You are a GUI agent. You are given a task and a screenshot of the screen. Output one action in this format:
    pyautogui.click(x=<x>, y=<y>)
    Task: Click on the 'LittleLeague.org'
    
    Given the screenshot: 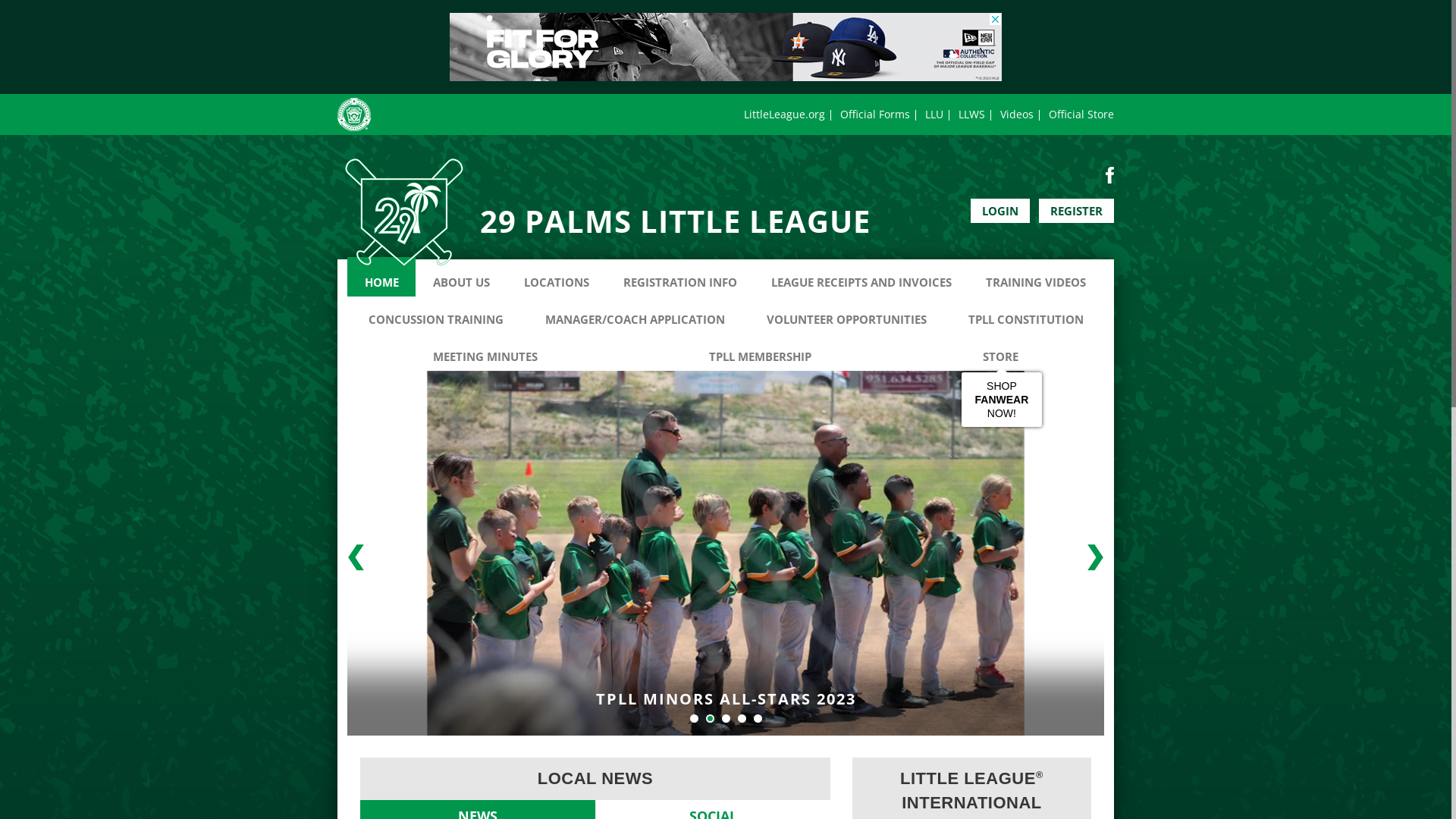 What is the action you would take?
    pyautogui.click(x=784, y=113)
    